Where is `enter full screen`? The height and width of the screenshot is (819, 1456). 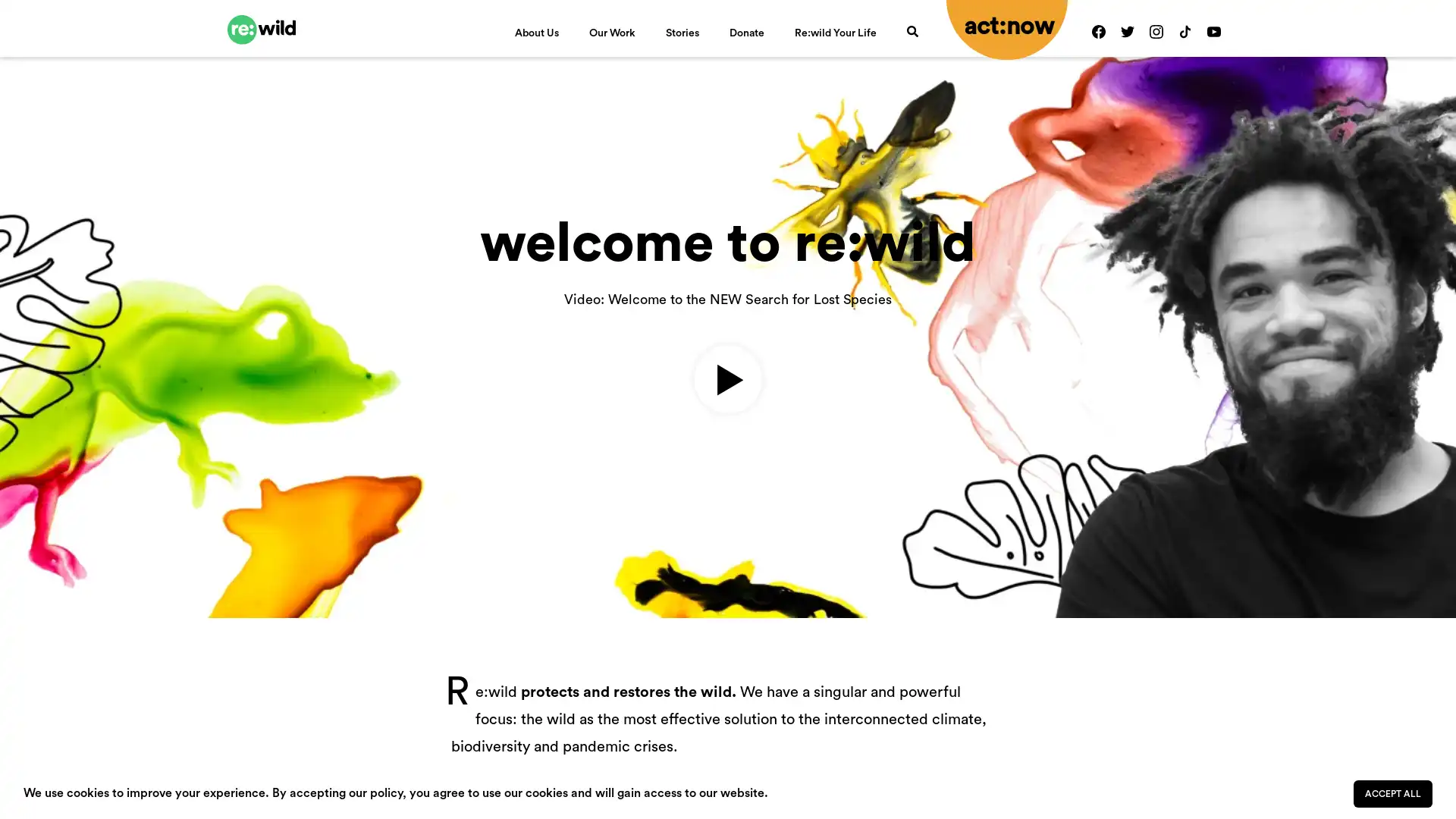
enter full screen is located at coordinates (1371, 513).